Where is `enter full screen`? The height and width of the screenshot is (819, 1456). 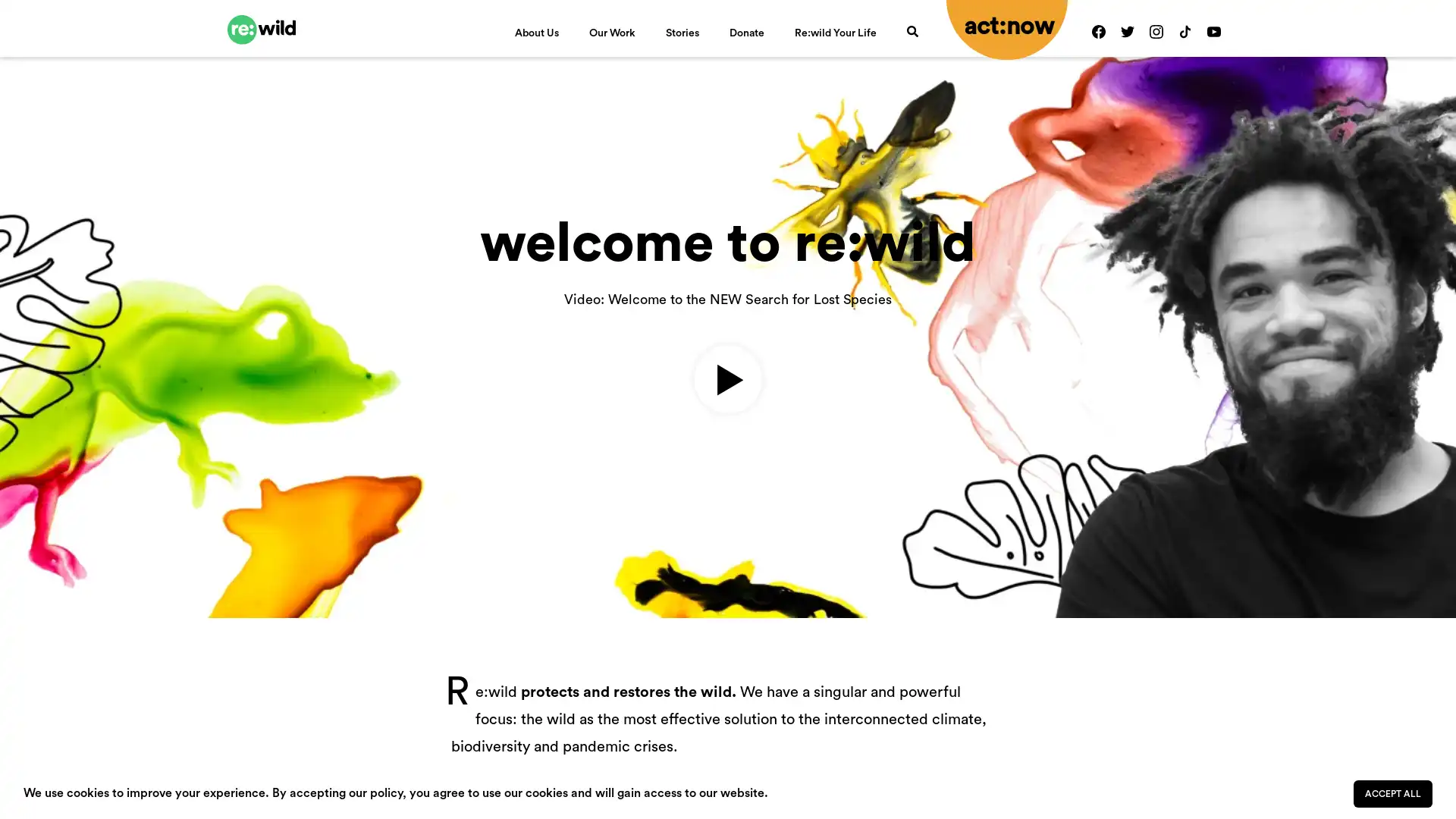
enter full screen is located at coordinates (1371, 513).